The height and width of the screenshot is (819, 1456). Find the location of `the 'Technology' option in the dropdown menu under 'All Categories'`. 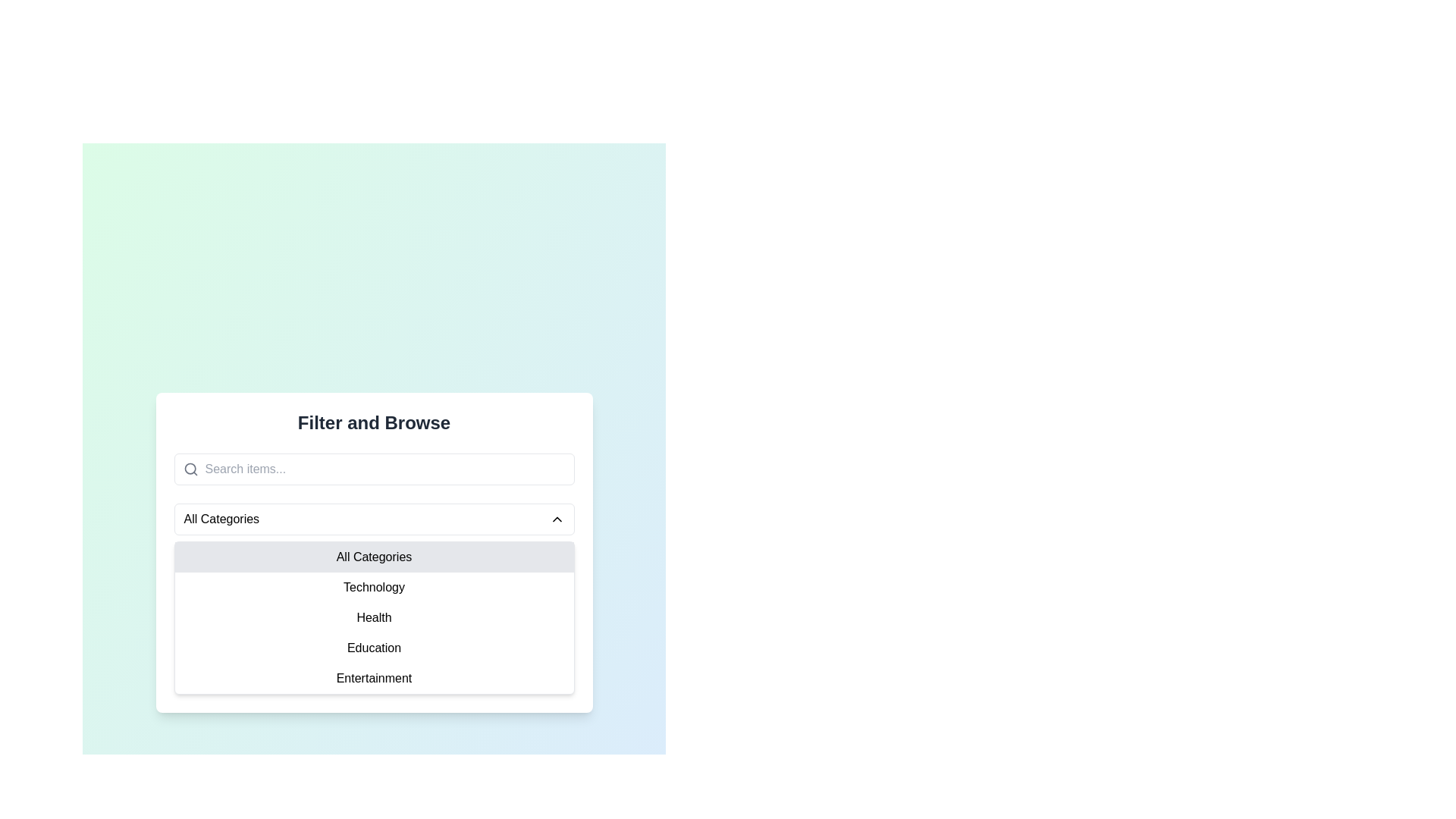

the 'Technology' option in the dropdown menu under 'All Categories' is located at coordinates (374, 598).